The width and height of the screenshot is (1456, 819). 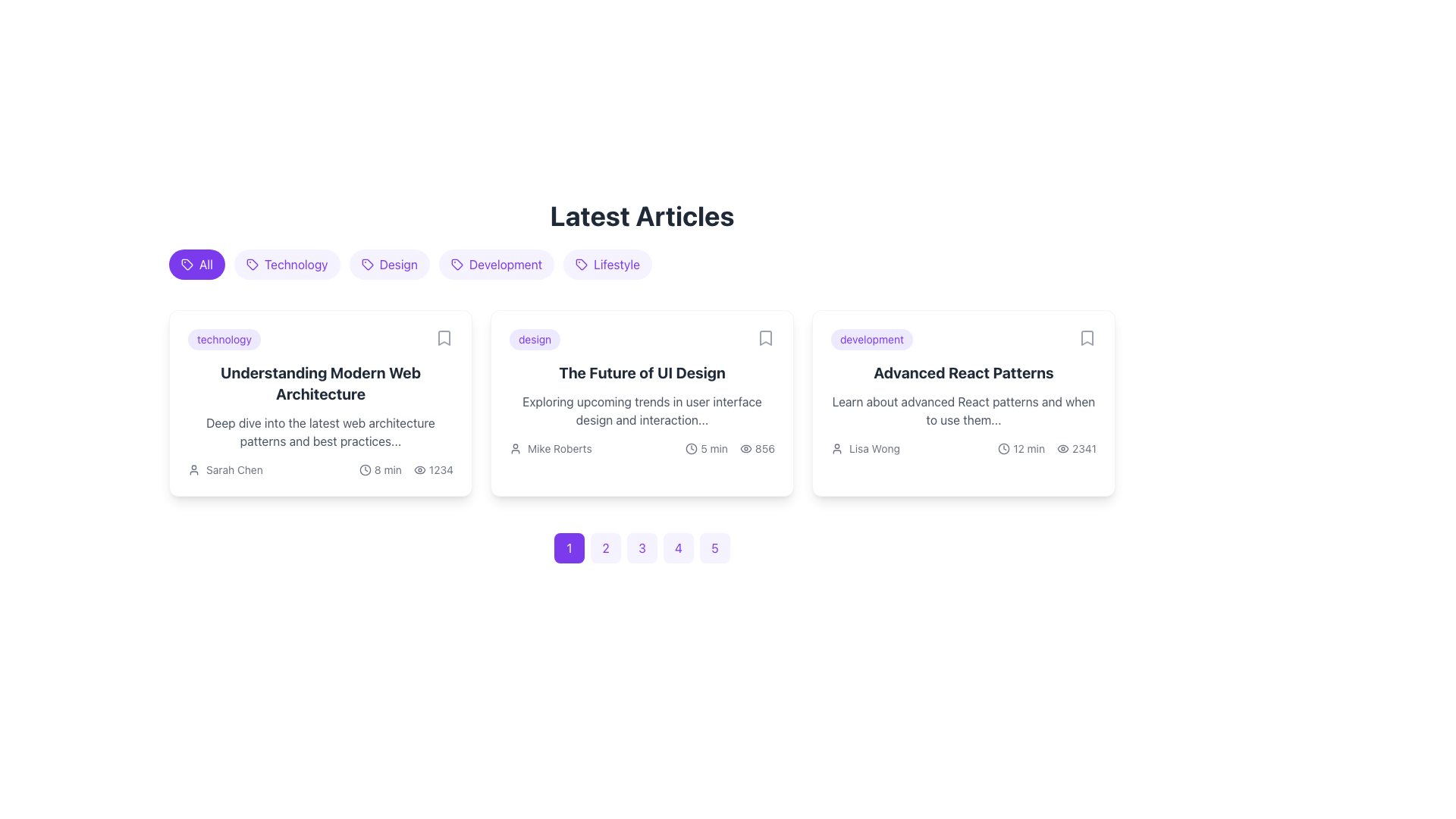 What do you see at coordinates (963, 411) in the screenshot?
I see `text summarizing the content of the article titled 'Advanced React Patterns', which is located in the third article card below the title and above the author's name` at bounding box center [963, 411].